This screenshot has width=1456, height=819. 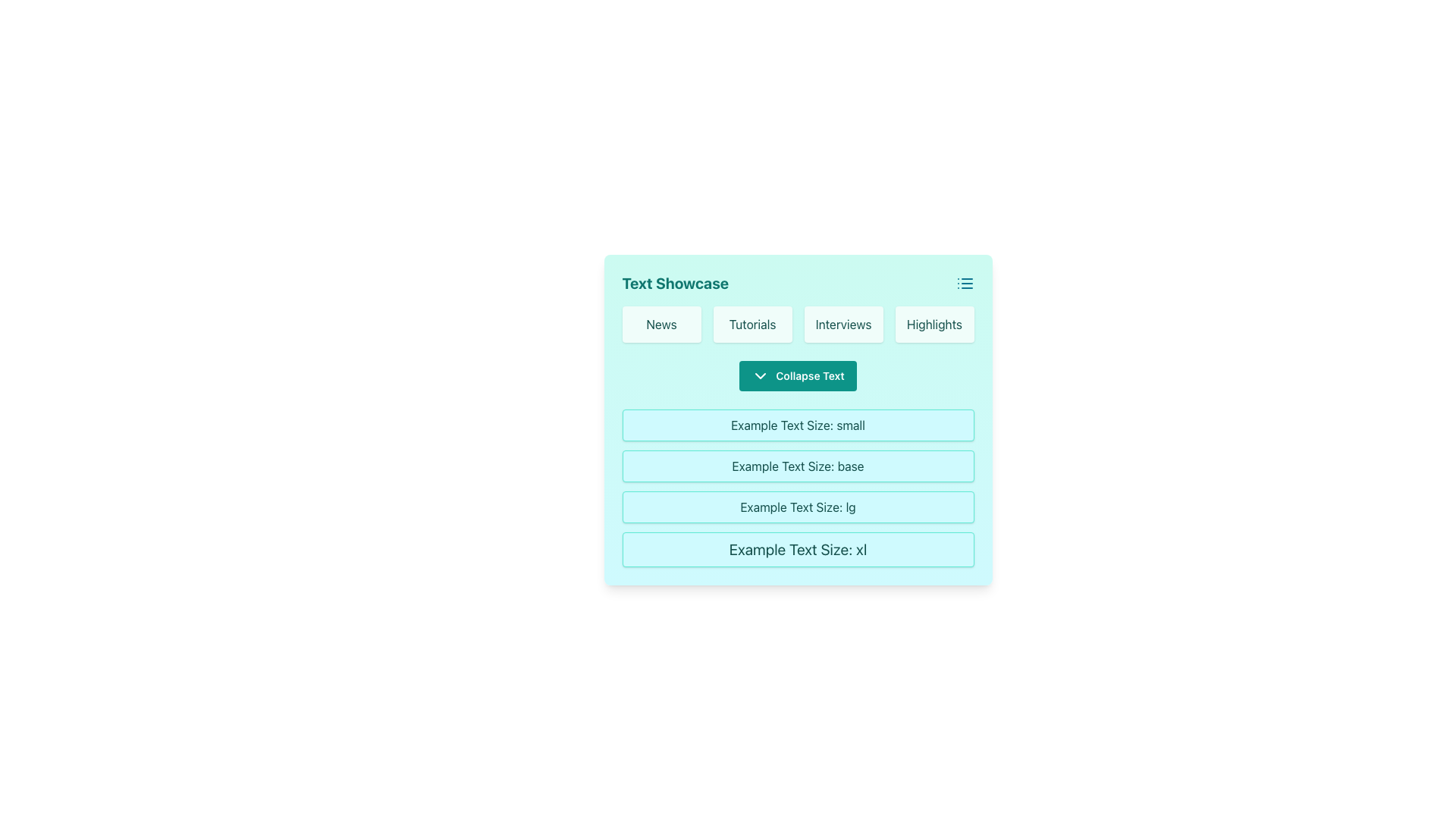 What do you see at coordinates (797, 375) in the screenshot?
I see `the rectangular button with teal background and white text labeled 'Collapse Text', which features a downwards-facing chevron icon` at bounding box center [797, 375].